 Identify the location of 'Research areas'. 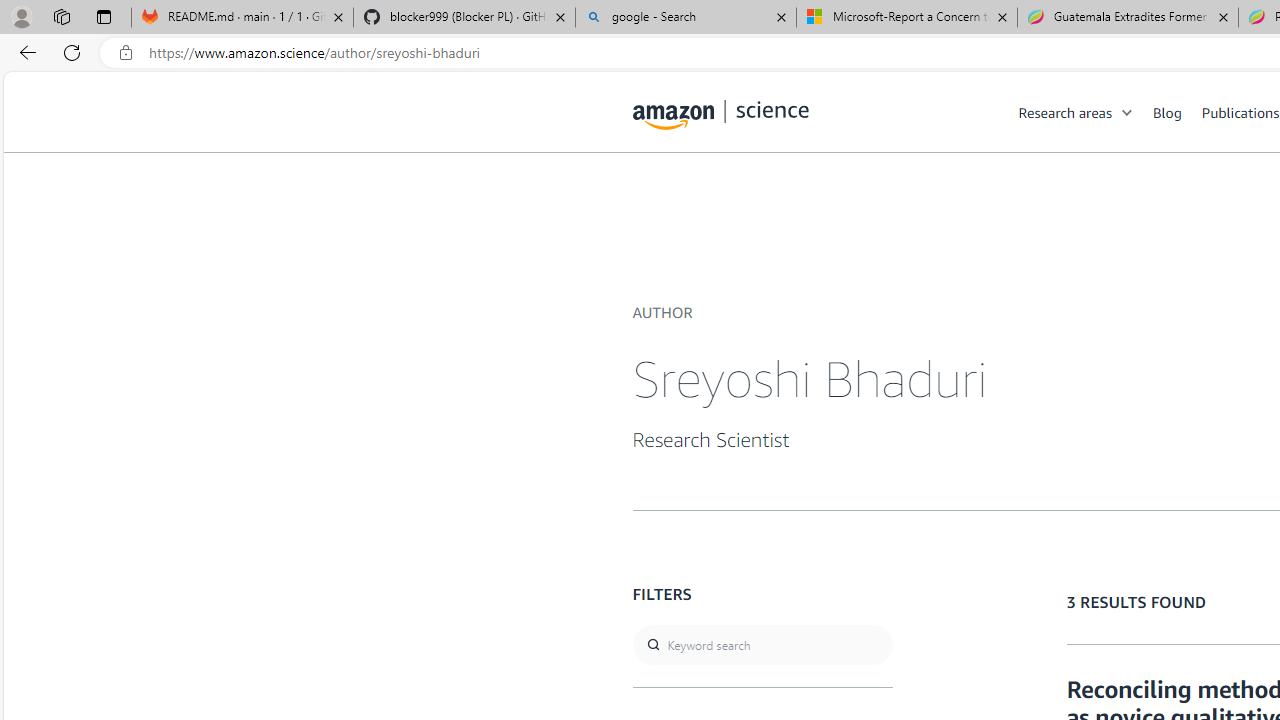
(1085, 111).